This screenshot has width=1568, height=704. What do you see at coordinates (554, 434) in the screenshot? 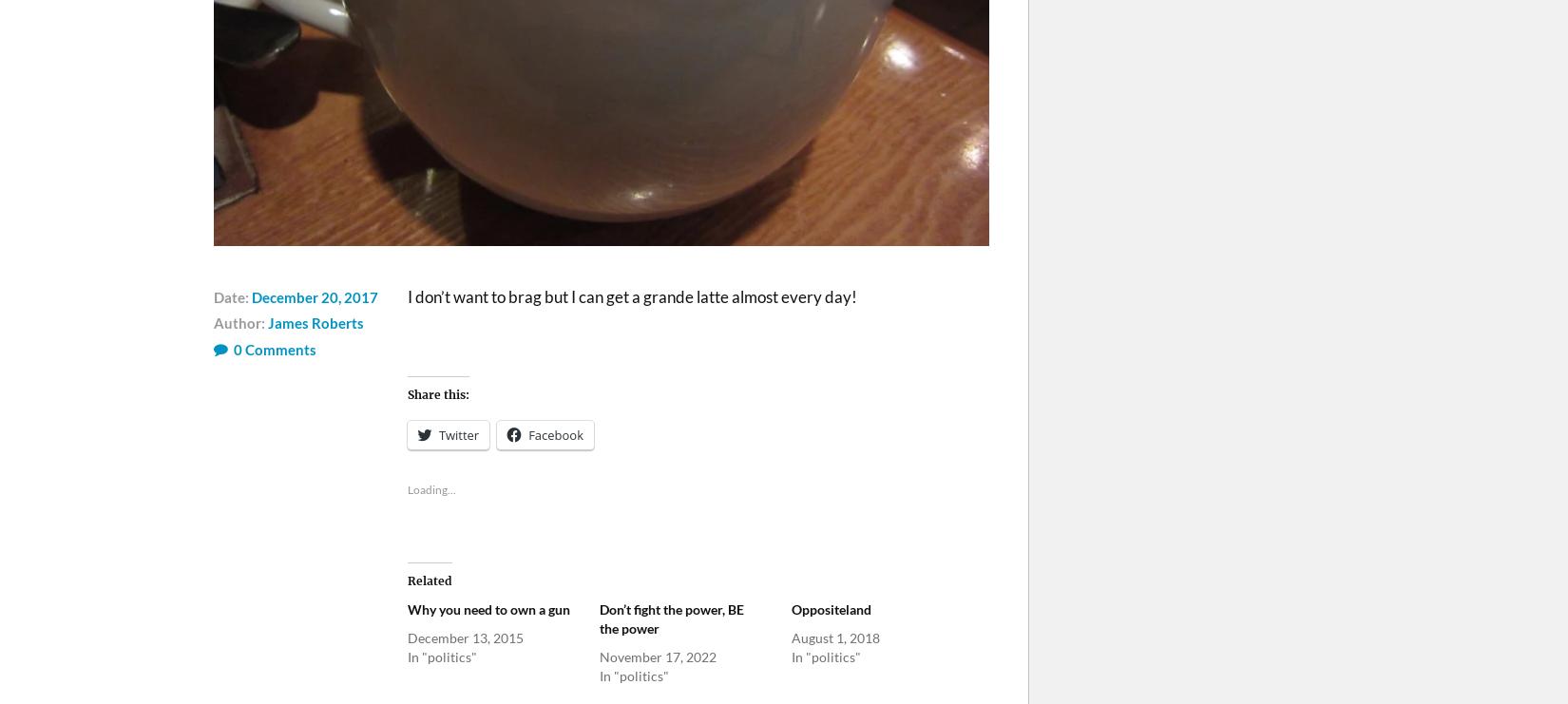
I see `'Facebook'` at bounding box center [554, 434].